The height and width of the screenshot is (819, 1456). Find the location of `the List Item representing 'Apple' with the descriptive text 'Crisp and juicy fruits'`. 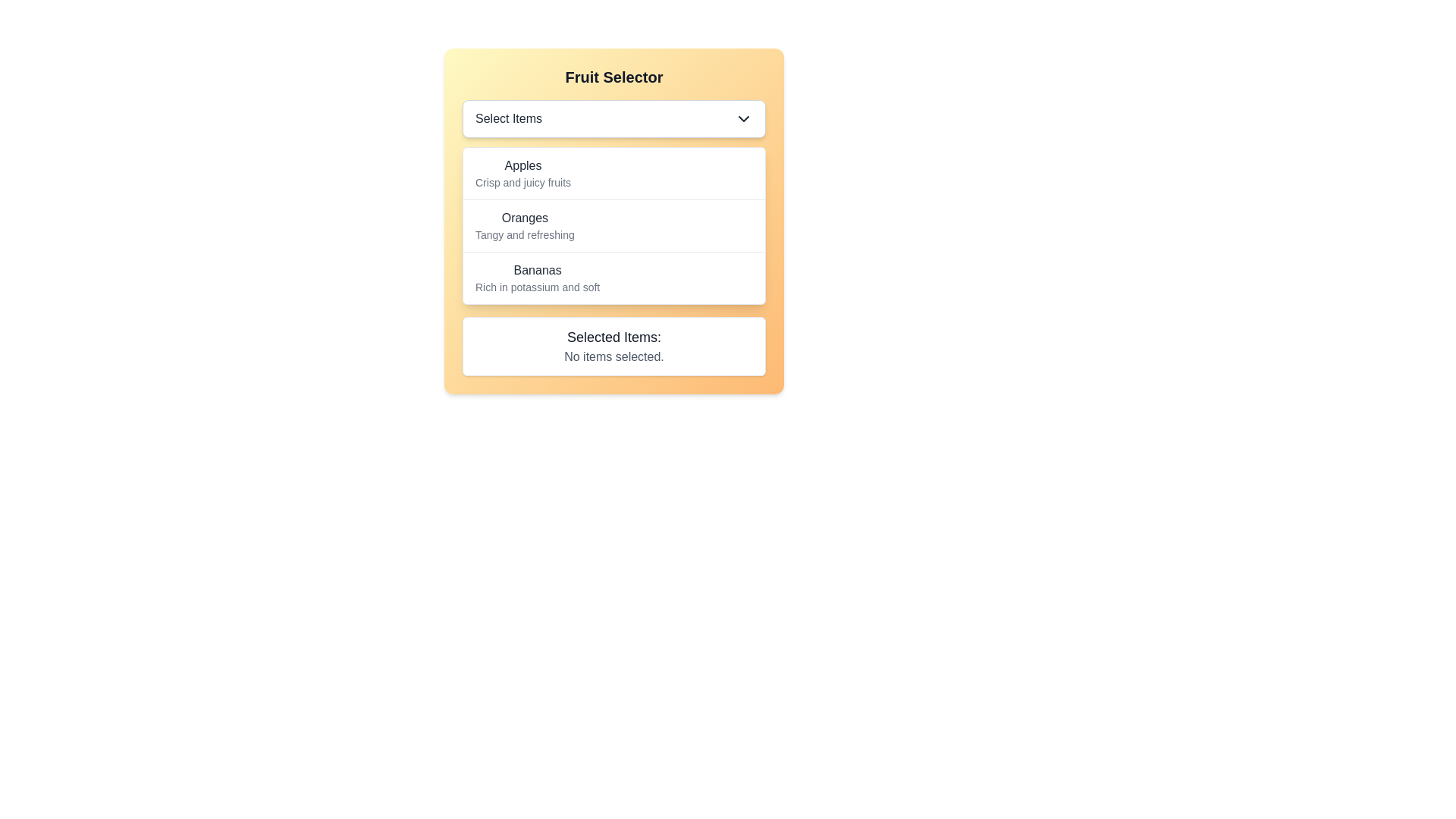

the List Item representing 'Apple' with the descriptive text 'Crisp and juicy fruits' is located at coordinates (523, 172).